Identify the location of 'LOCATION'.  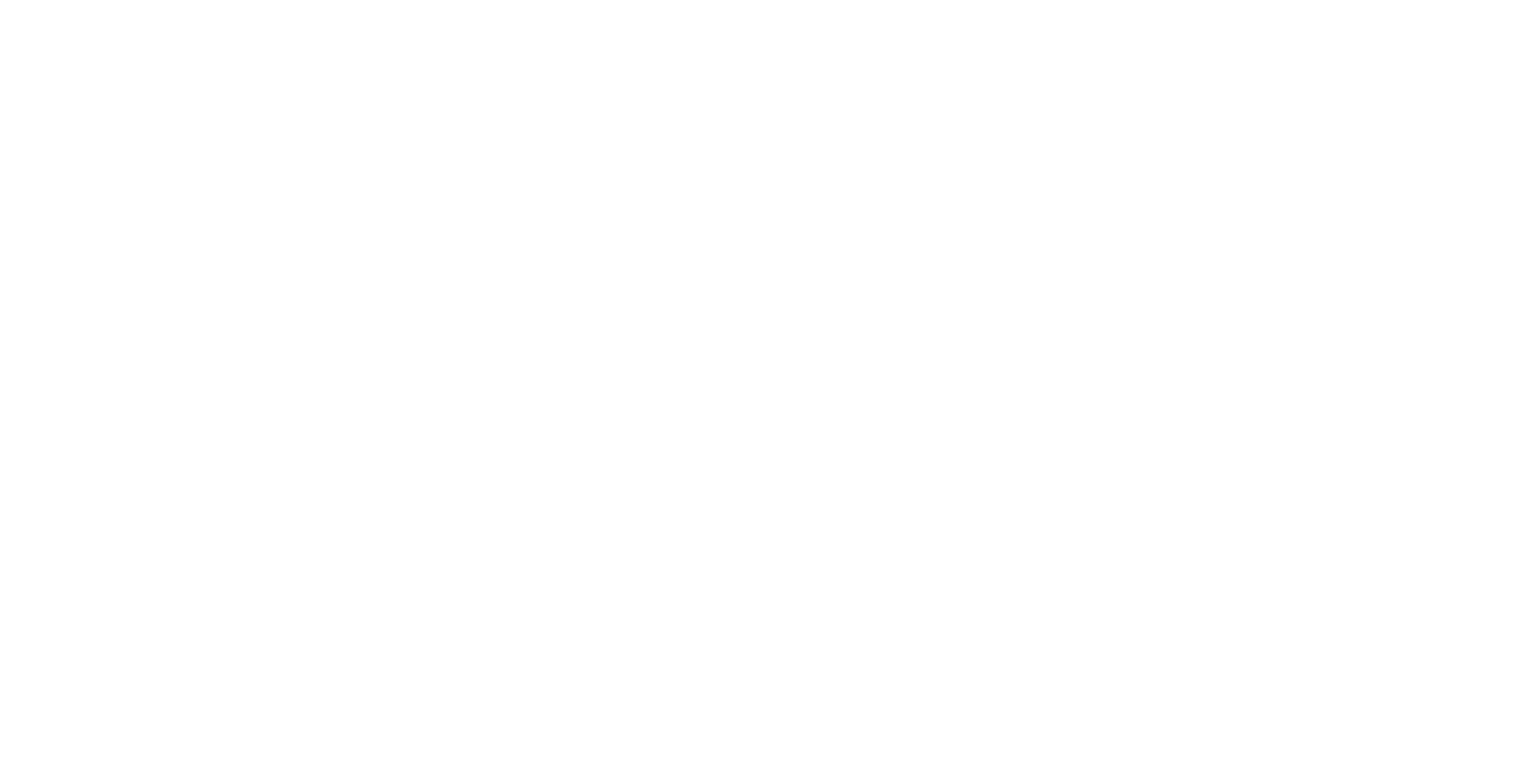
(131, 485).